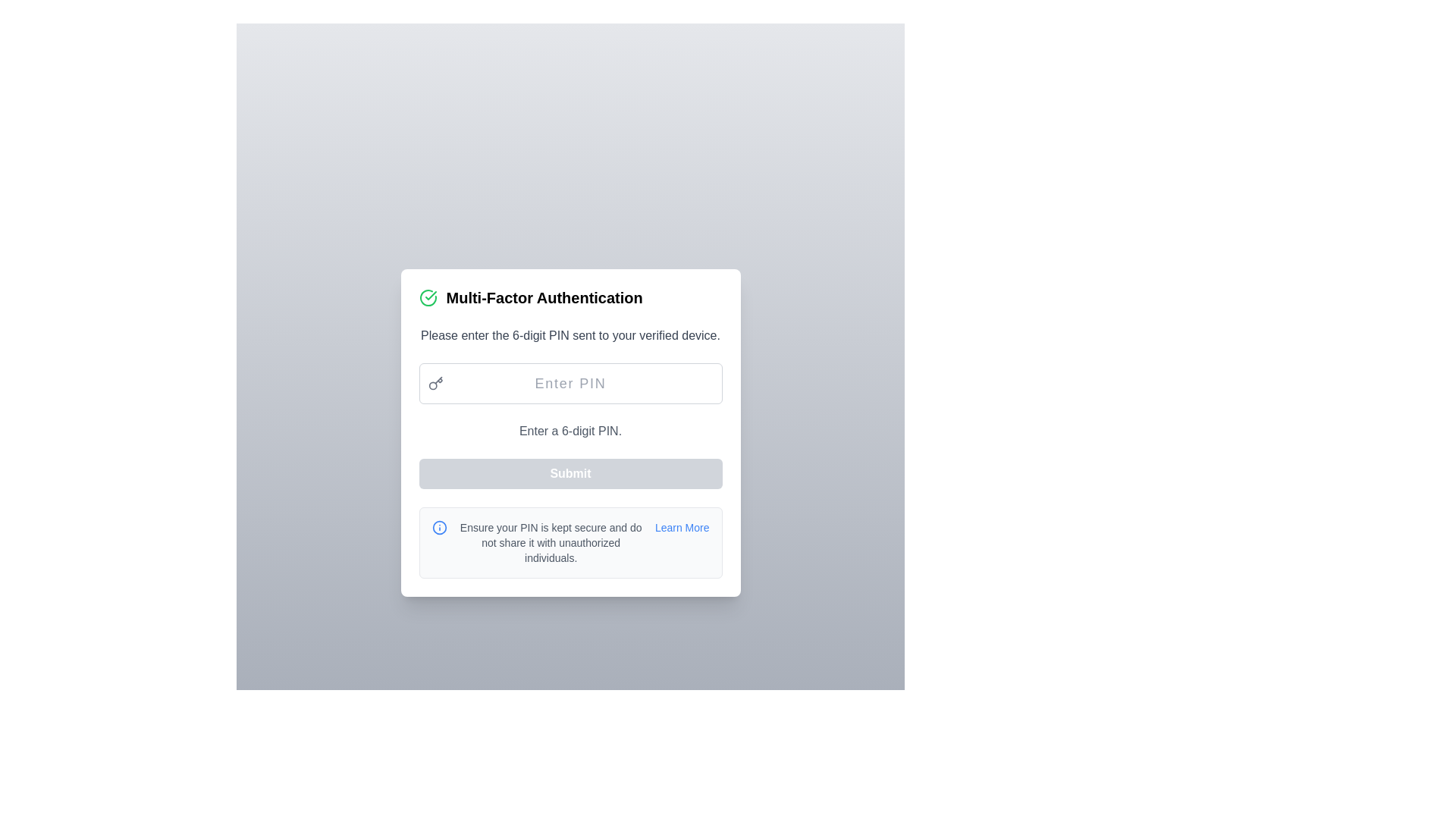 This screenshot has width=1456, height=819. Describe the element at coordinates (570, 431) in the screenshot. I see `instruction displayed in the text label saying 'Enter a 6-digit PIN.' which is center-aligned and gray in color, located just below the PIN input field and above the 'Submit' button` at that location.